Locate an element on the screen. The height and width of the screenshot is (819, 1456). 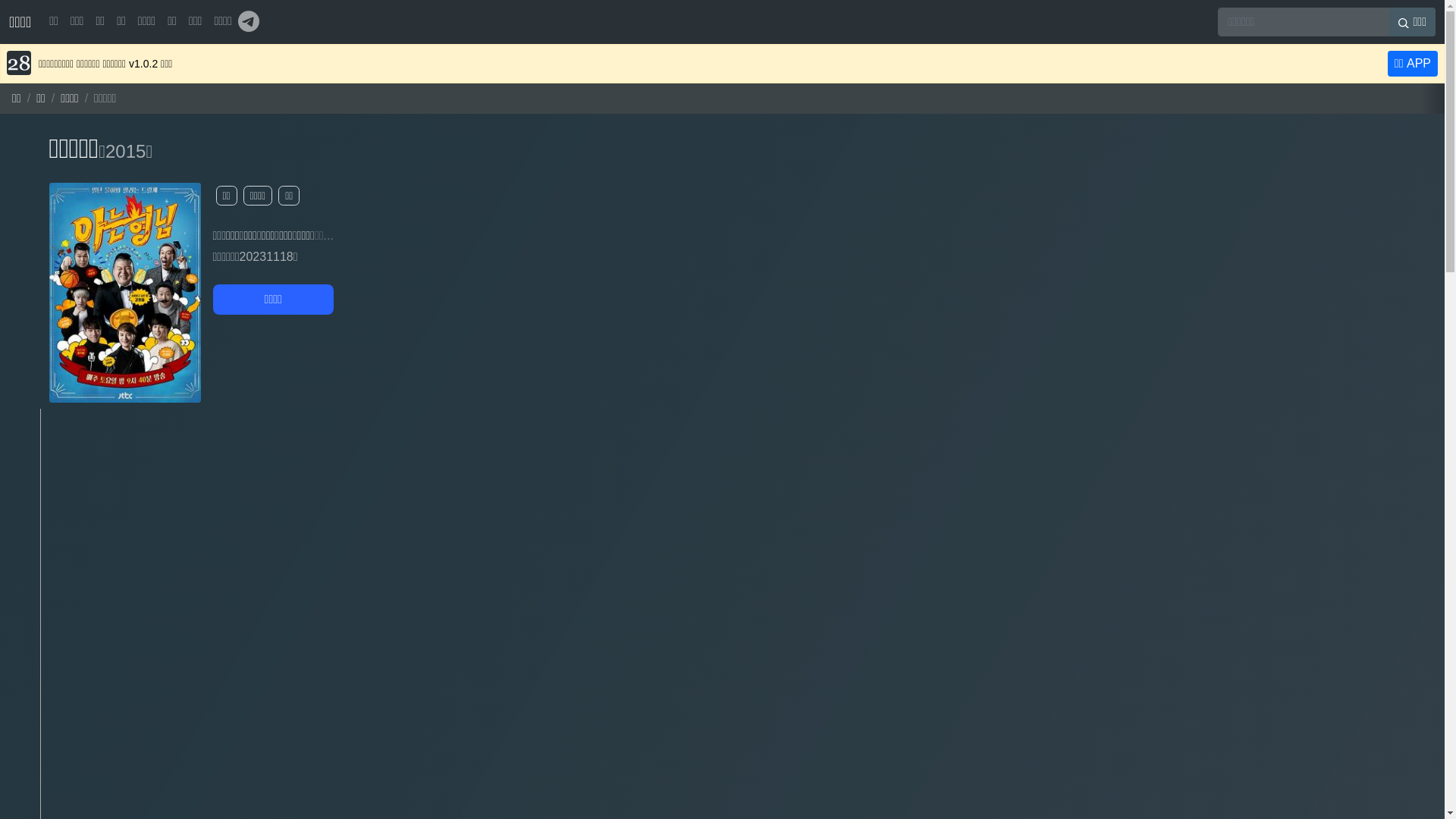
'2015' is located at coordinates (125, 151).